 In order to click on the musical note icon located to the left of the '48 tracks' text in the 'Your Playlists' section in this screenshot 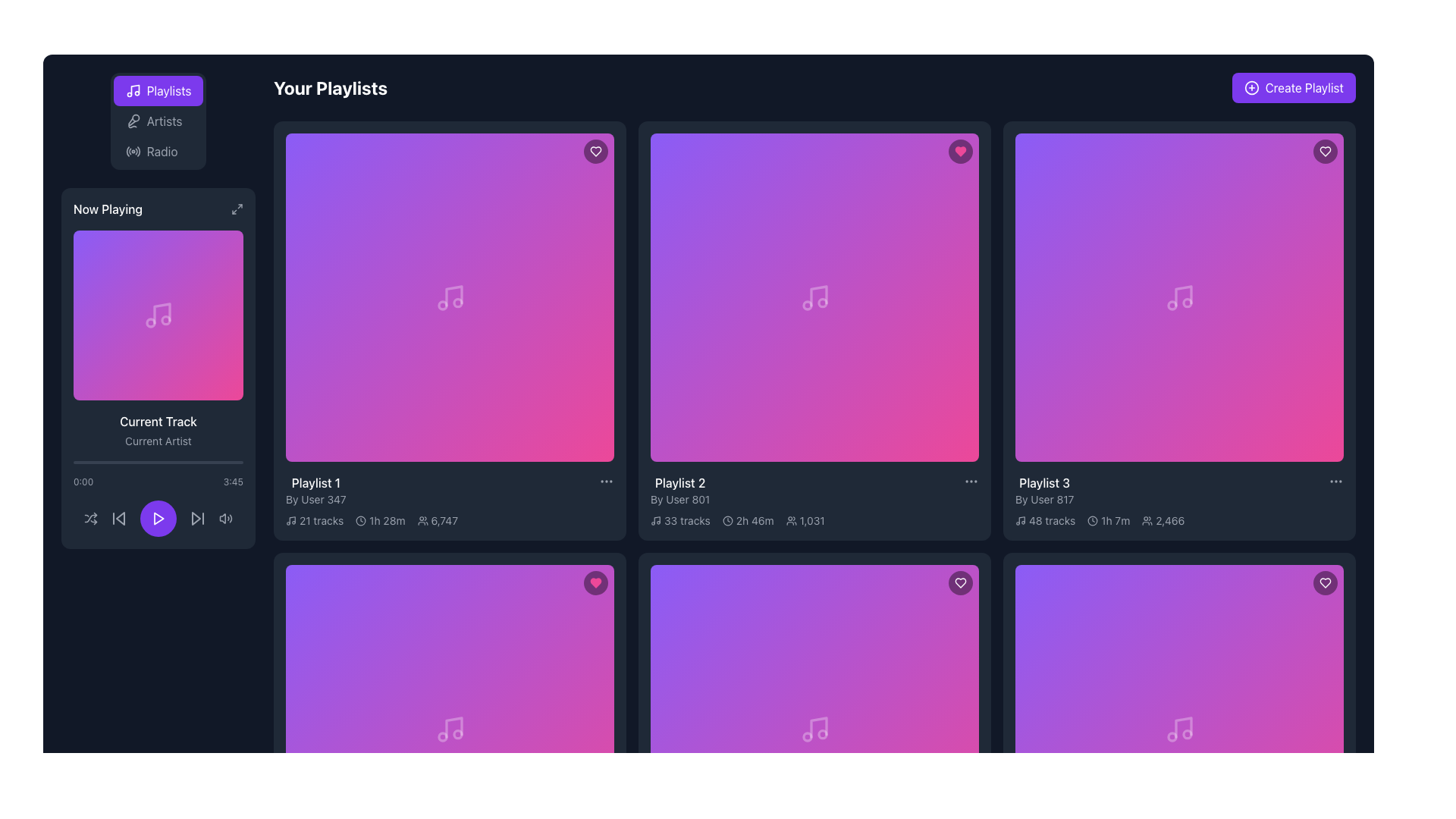, I will do `click(1020, 519)`.